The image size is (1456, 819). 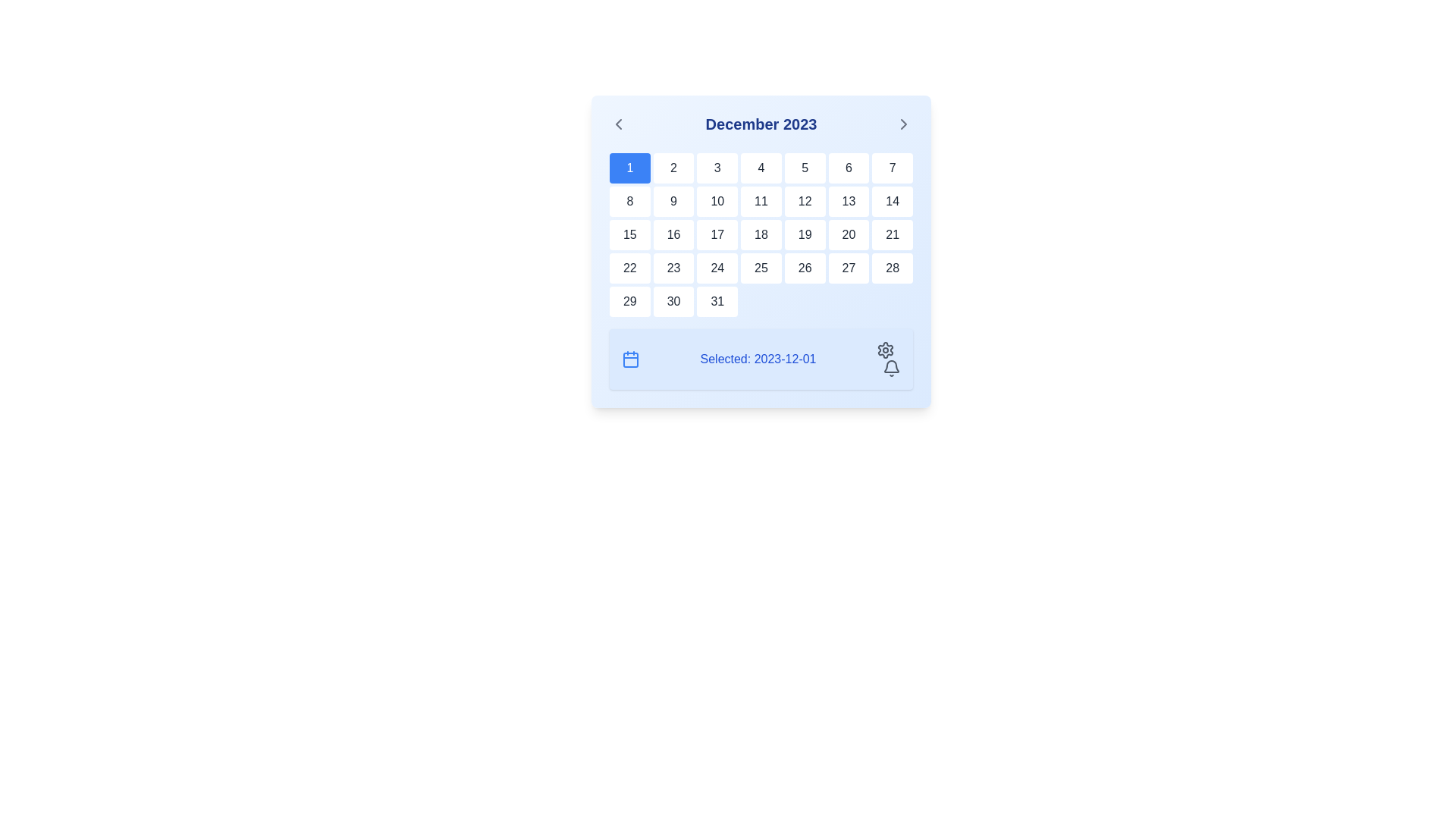 I want to click on the clickable calendar day item representing the 27th day, which is styled with a white background and has the text '27' in a bold, dark gray font, so click(x=848, y=268).